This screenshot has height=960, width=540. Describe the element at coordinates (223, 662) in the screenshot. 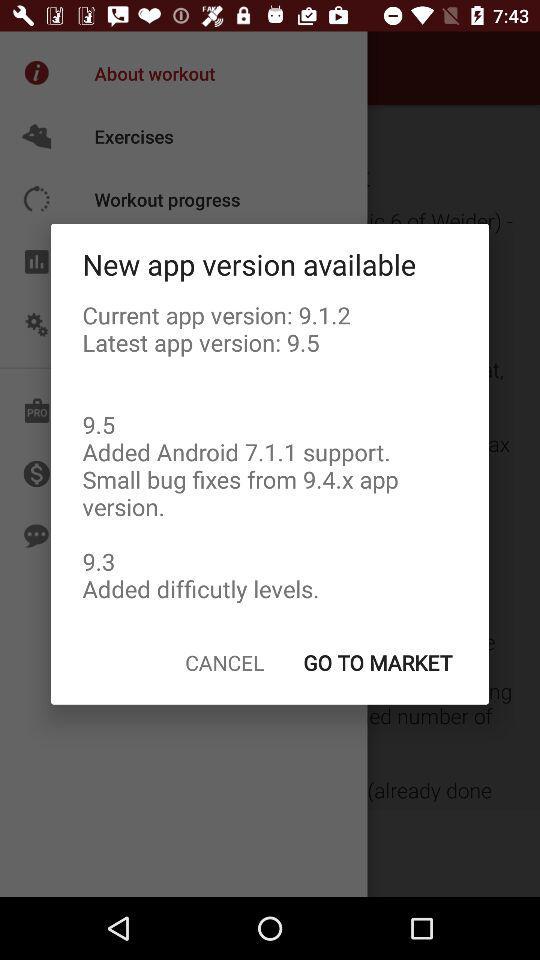

I see `item to the left of the go to market item` at that location.